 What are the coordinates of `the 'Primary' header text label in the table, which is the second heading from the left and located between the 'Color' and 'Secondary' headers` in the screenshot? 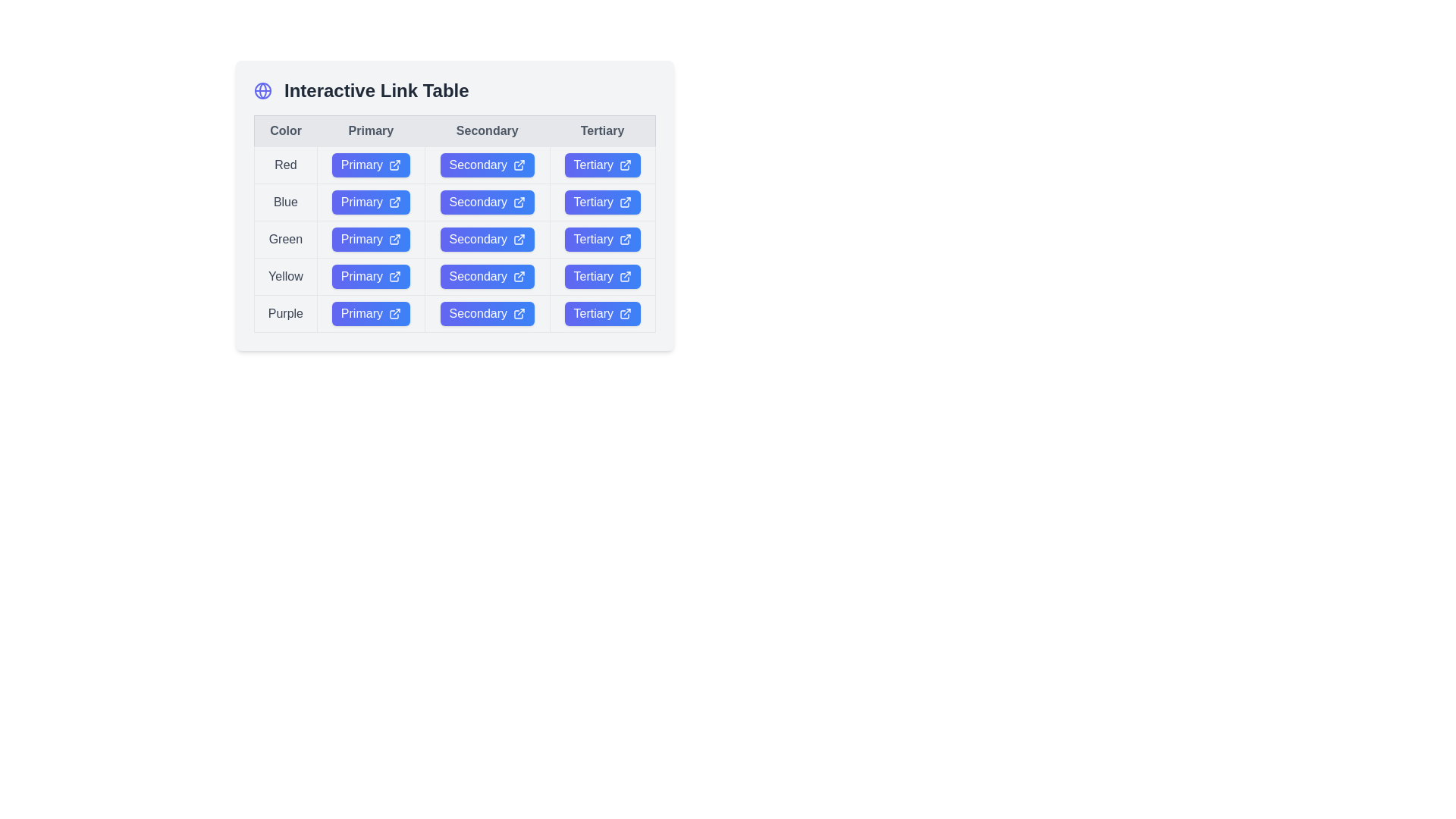 It's located at (371, 130).